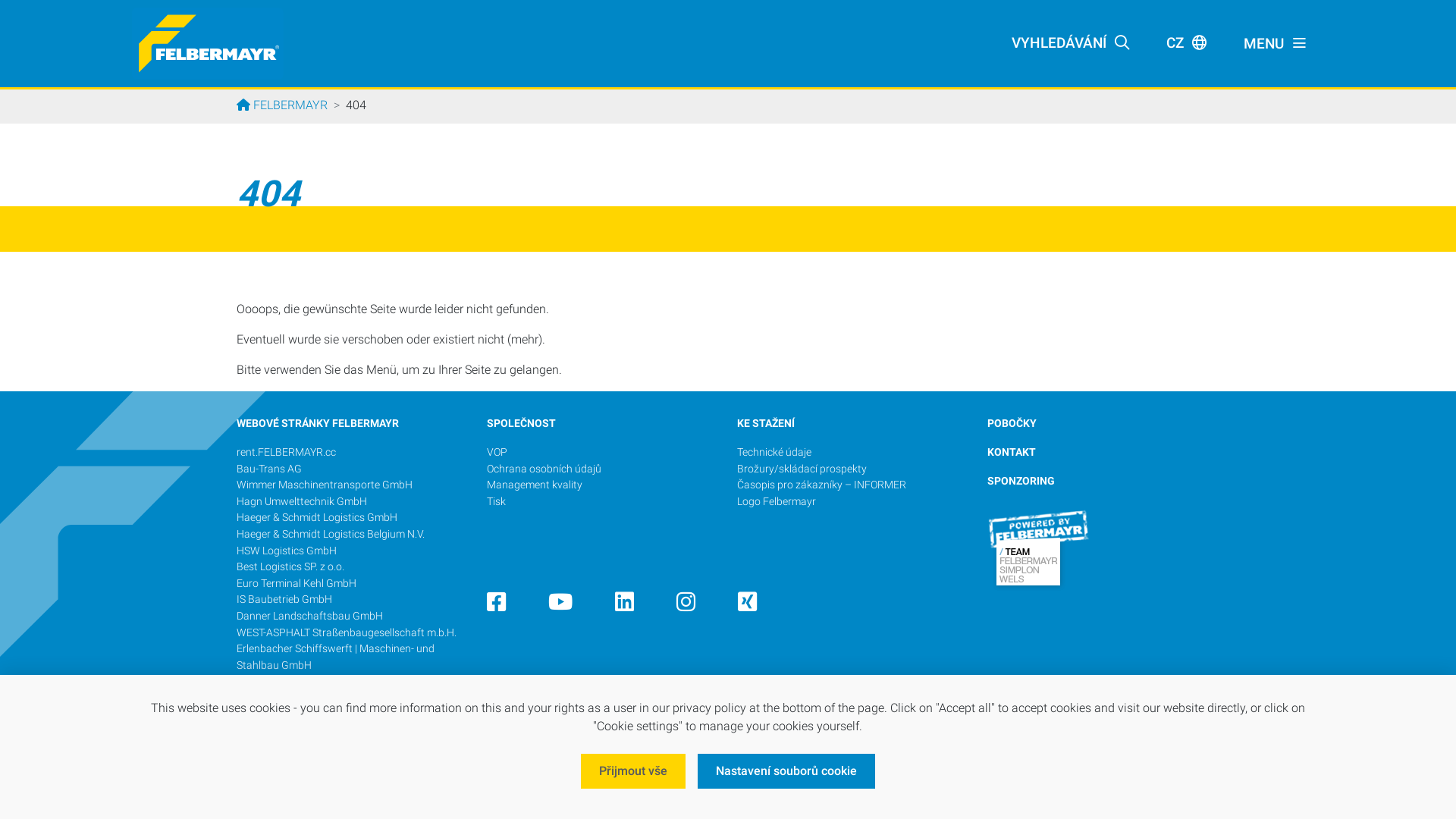 This screenshot has height=819, width=1456. Describe the element at coordinates (487, 485) in the screenshot. I see `'Management kvality'` at that location.